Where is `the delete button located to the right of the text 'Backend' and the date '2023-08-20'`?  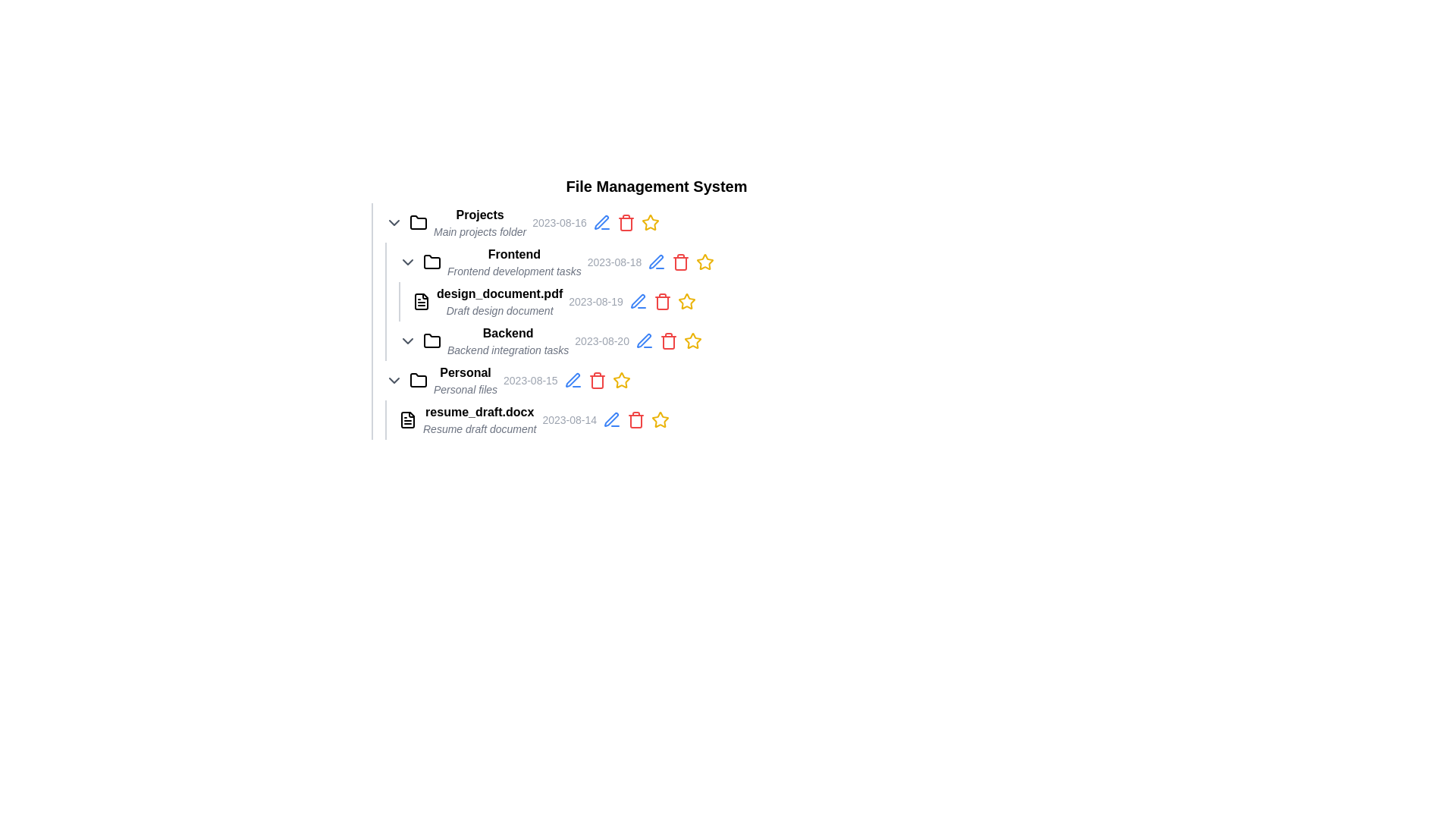
the delete button located to the right of the text 'Backend' and the date '2023-08-20' is located at coordinates (667, 341).